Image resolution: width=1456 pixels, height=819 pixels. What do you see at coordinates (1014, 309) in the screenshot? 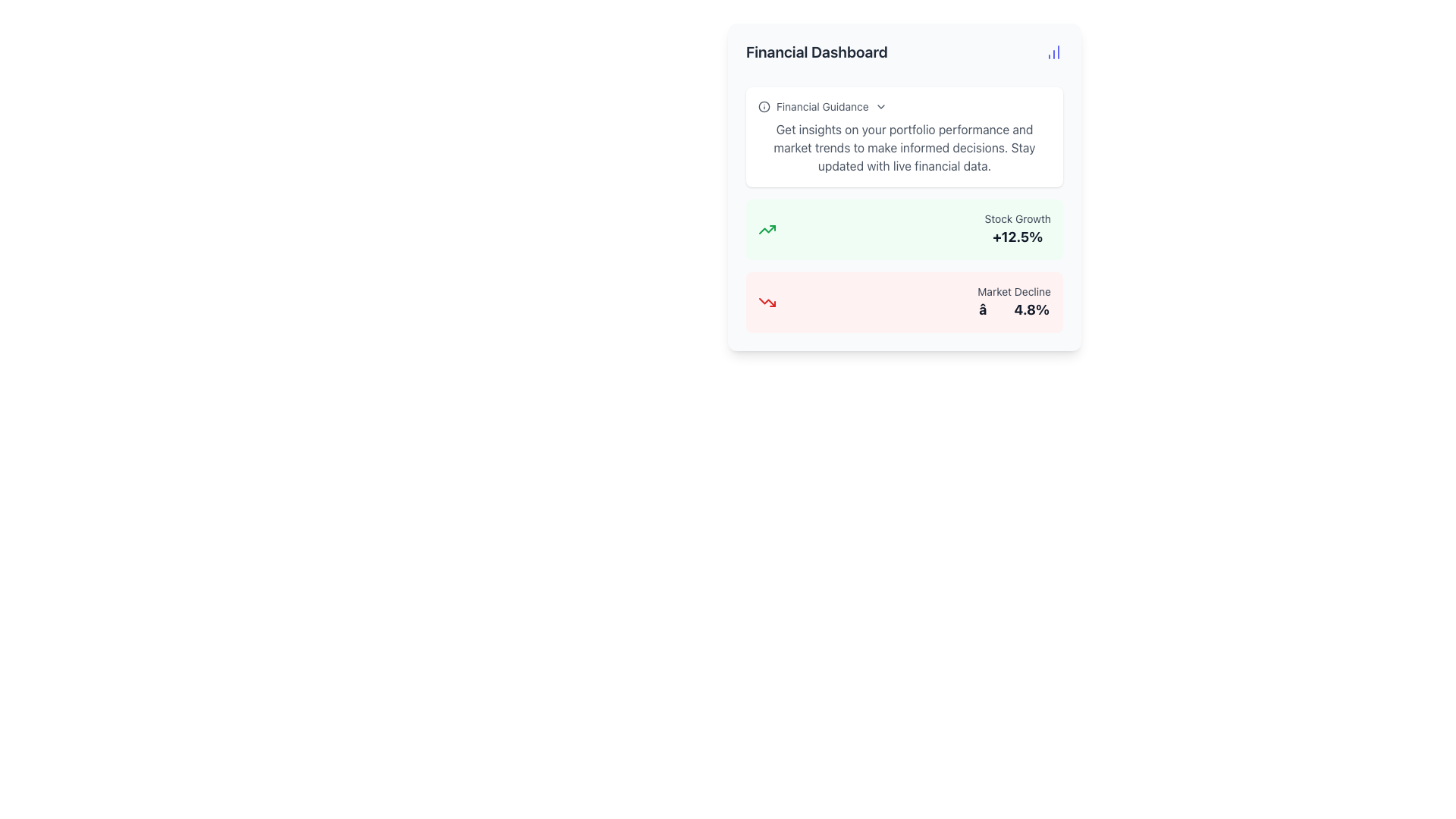
I see `the text label displaying bold text 'â∔4.8%' styled with a large font size and dark gray color, located below 'Market Decline' in the red box on the financial dashboard` at bounding box center [1014, 309].